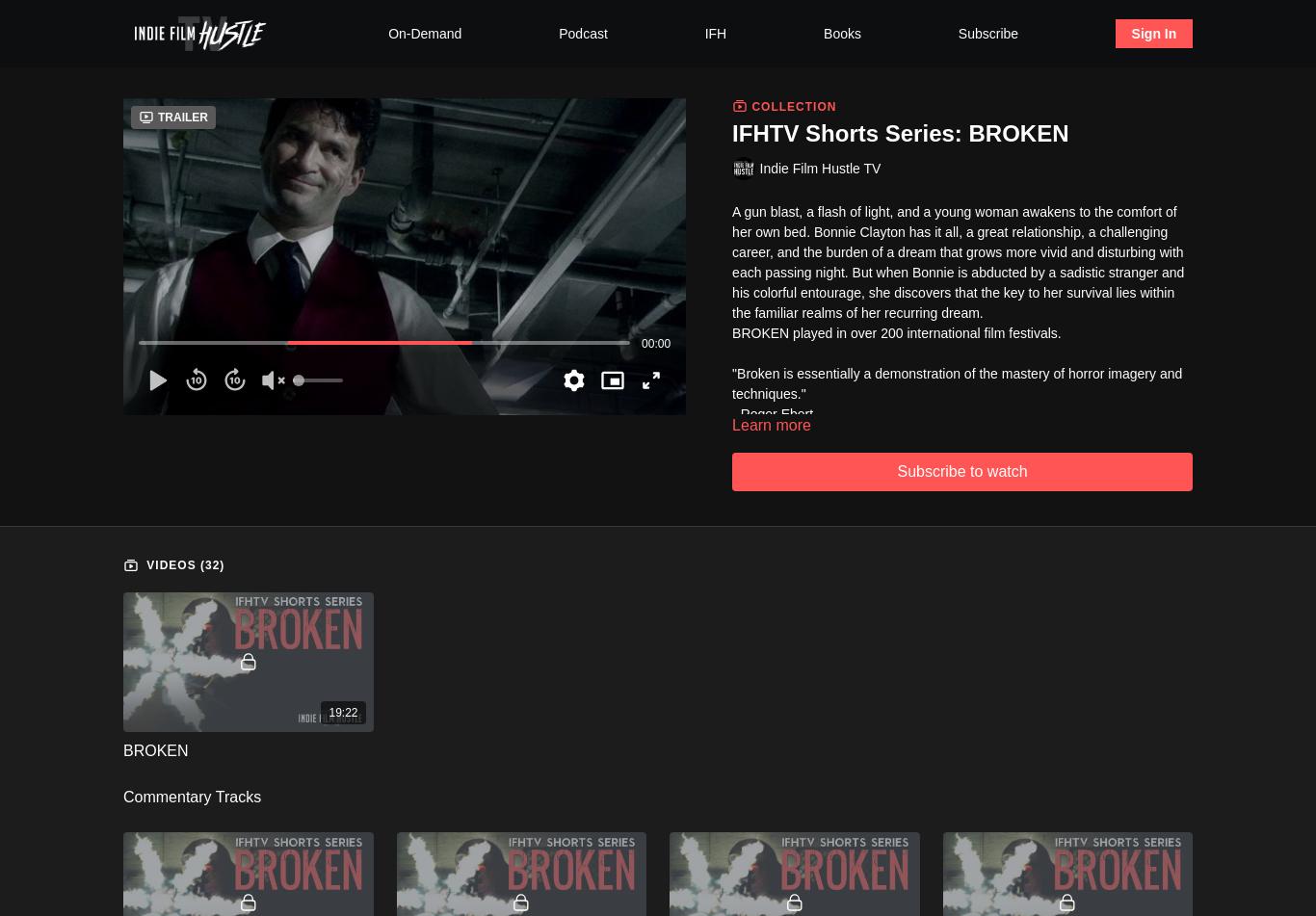 Image resolution: width=1316 pixels, height=916 pixels. What do you see at coordinates (182, 118) in the screenshot?
I see `'Trailer'` at bounding box center [182, 118].